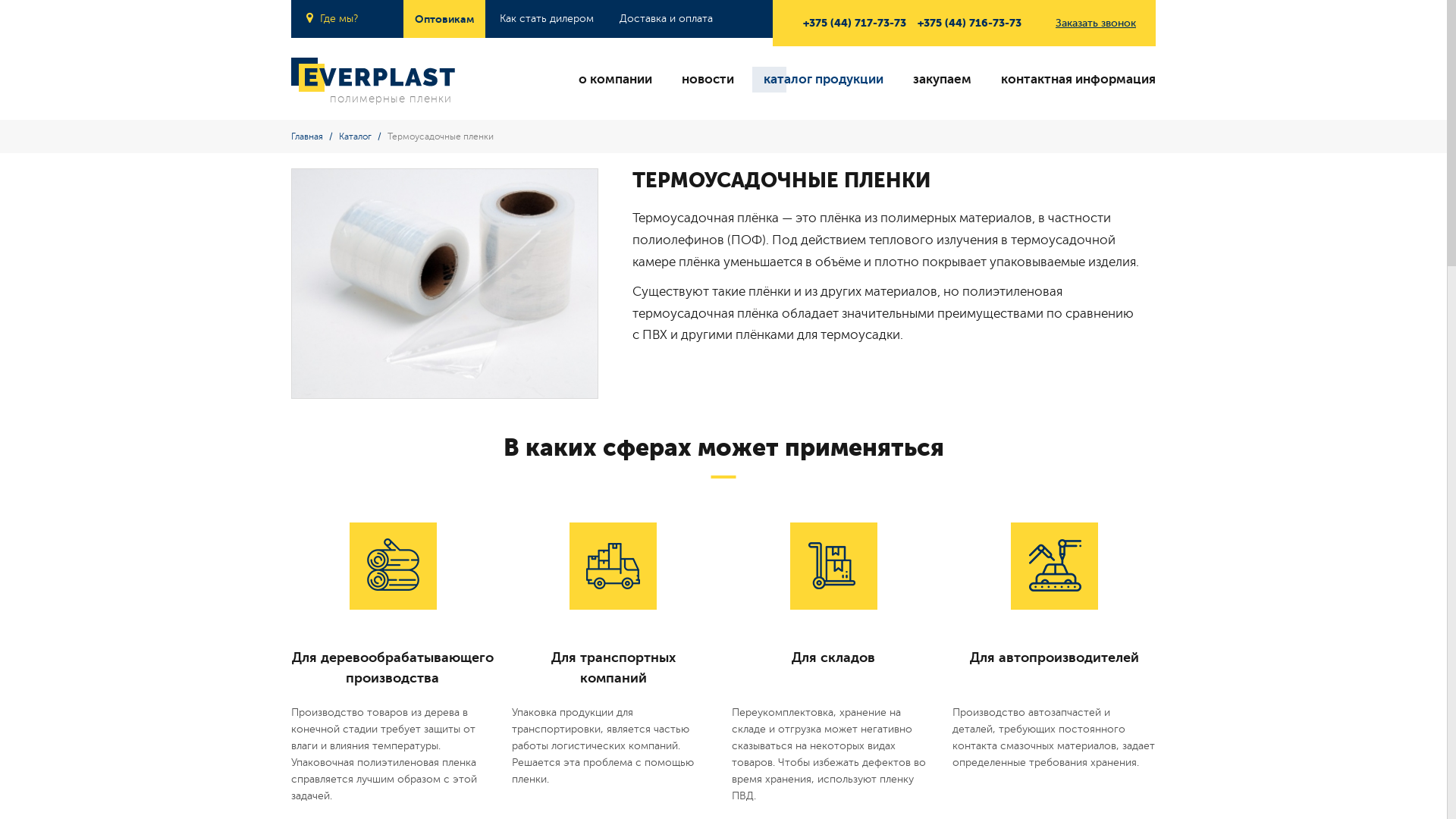  Describe the element at coordinates (968, 23) in the screenshot. I see `'+375 (44) 716-73-73'` at that location.